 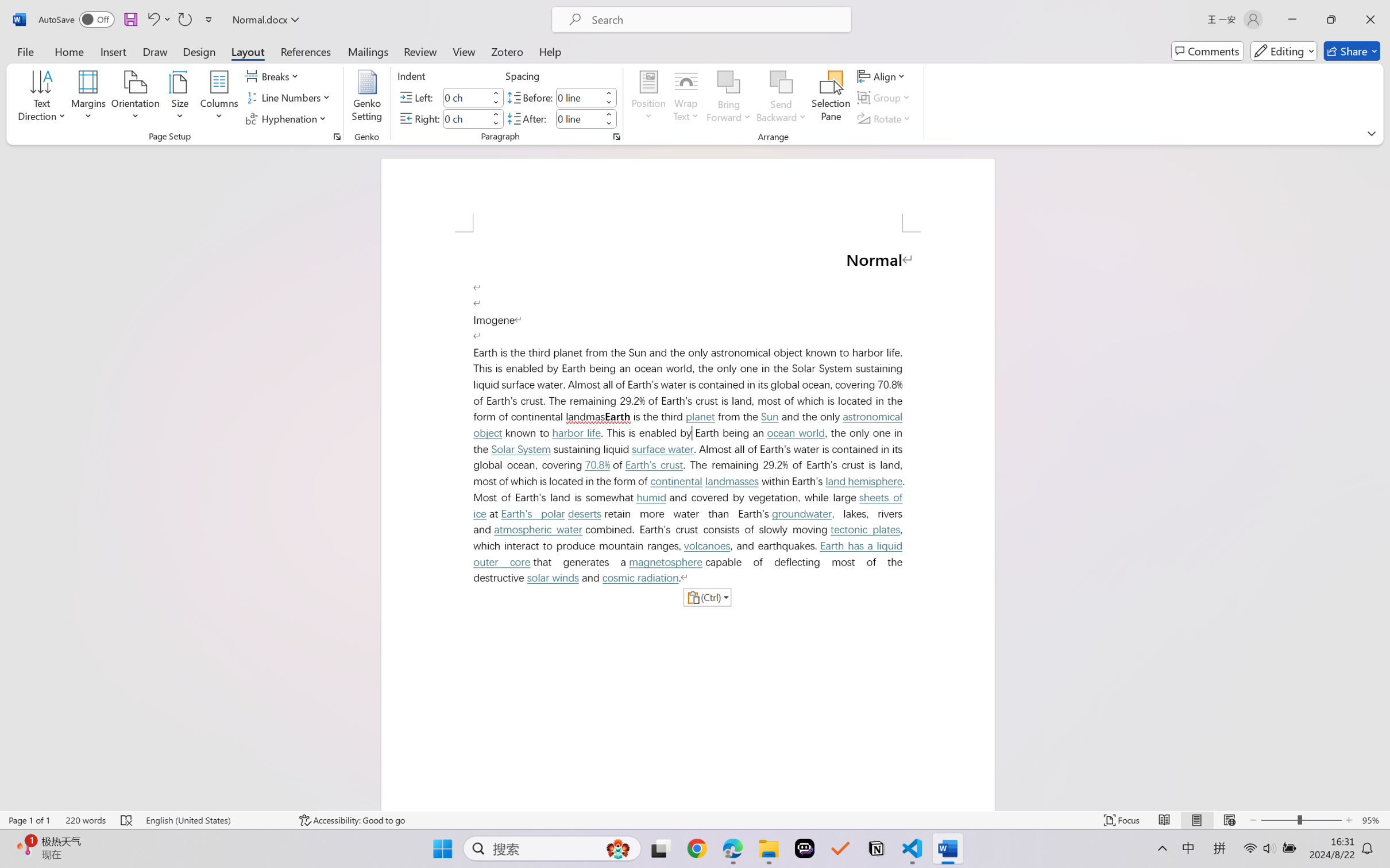 What do you see at coordinates (663, 448) in the screenshot?
I see `'surface water'` at bounding box center [663, 448].